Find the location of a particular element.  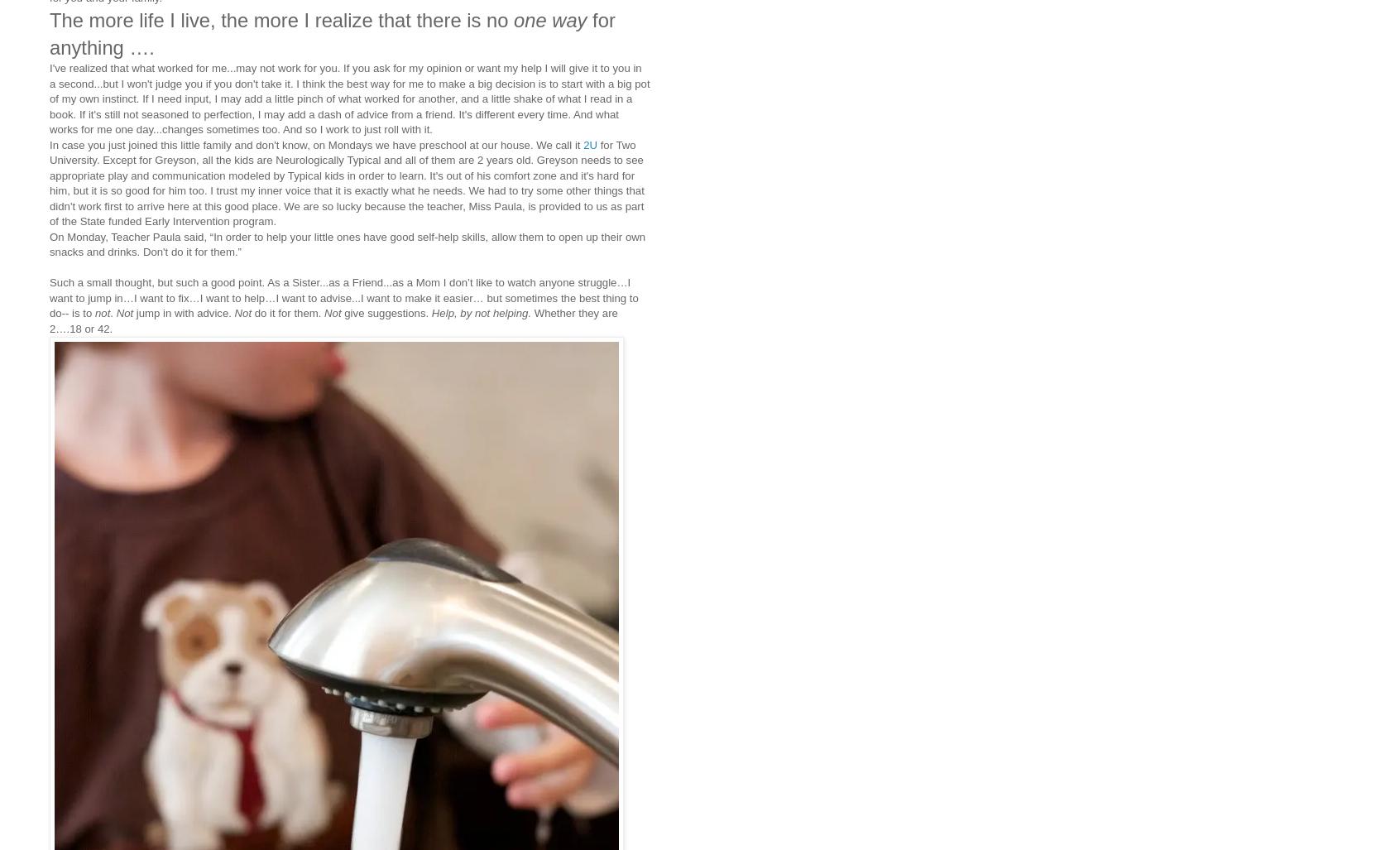

'Such a small thought, but such a good point. As a Sister...as a Friend...as a Mom I don’t like to watch anyone struggle…I want to jump in…I want to fix…I want to help…I want to advise...I want to make it easier… but sometimes the best thing to do-- is to' is located at coordinates (343, 297).